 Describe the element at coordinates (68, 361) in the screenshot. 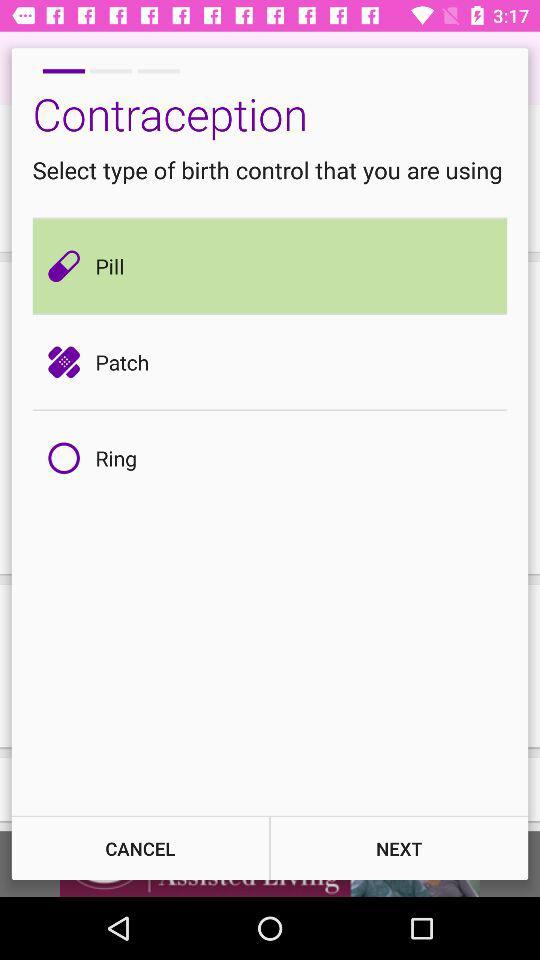

I see `the patch icon` at that location.